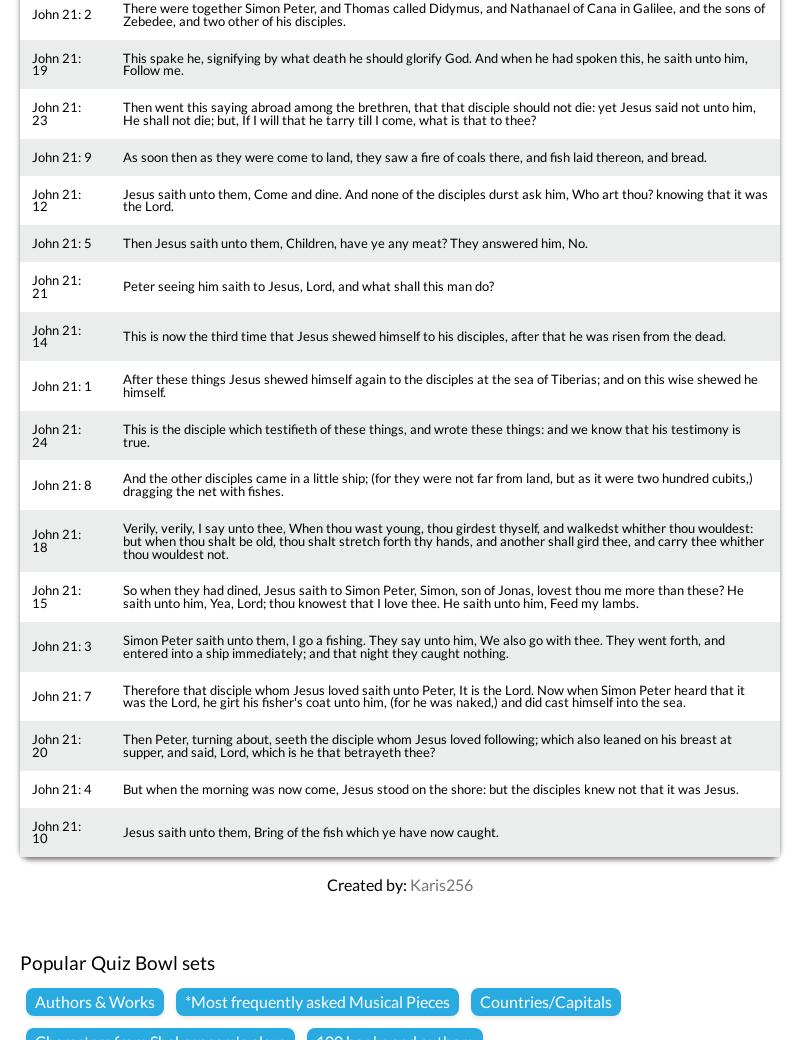 The image size is (800, 1040). Describe the element at coordinates (55, 595) in the screenshot. I see `'John 21: 15'` at that location.